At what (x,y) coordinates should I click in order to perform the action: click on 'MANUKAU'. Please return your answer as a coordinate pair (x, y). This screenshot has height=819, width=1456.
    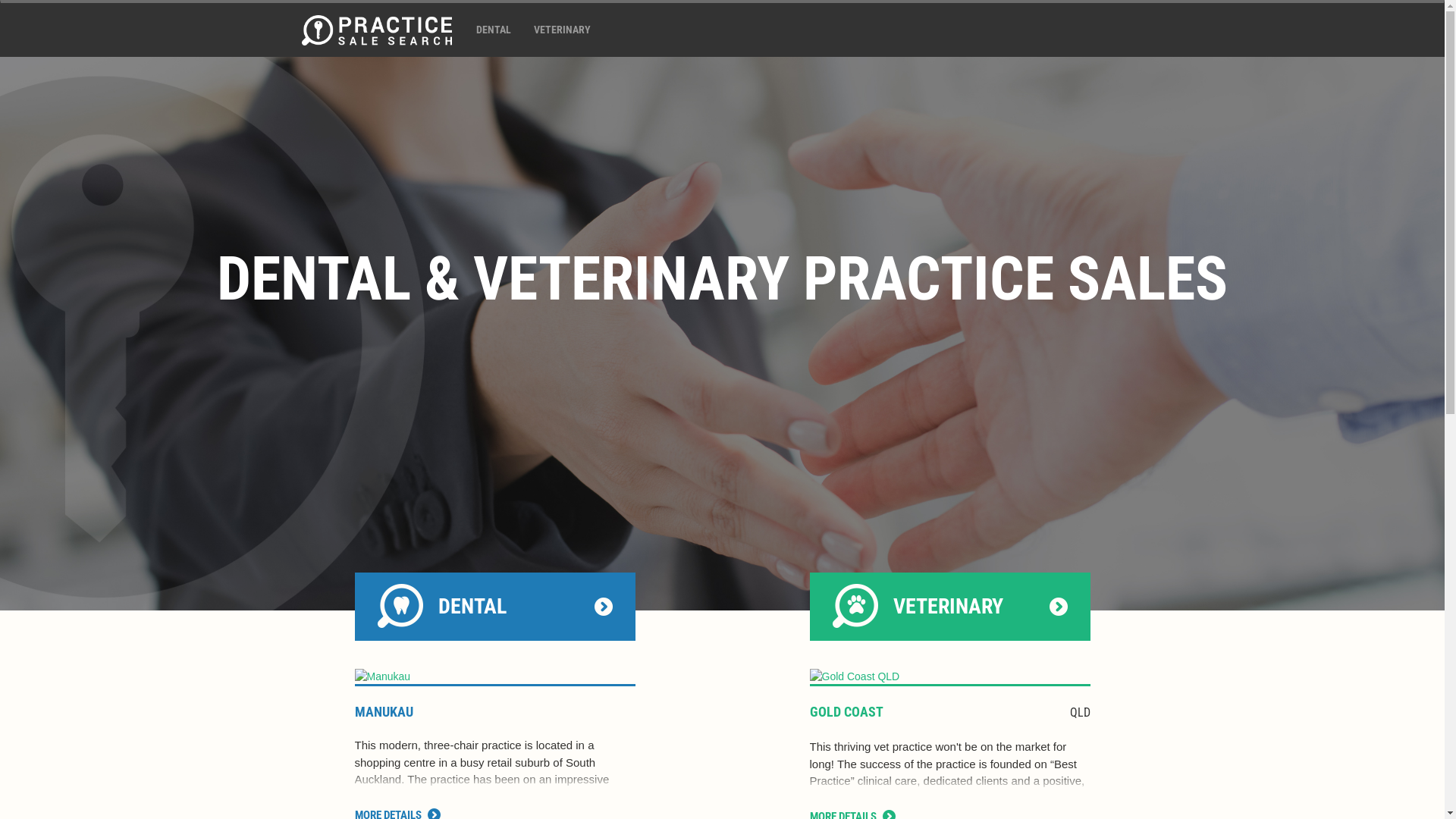
    Looking at the image, I should click on (384, 711).